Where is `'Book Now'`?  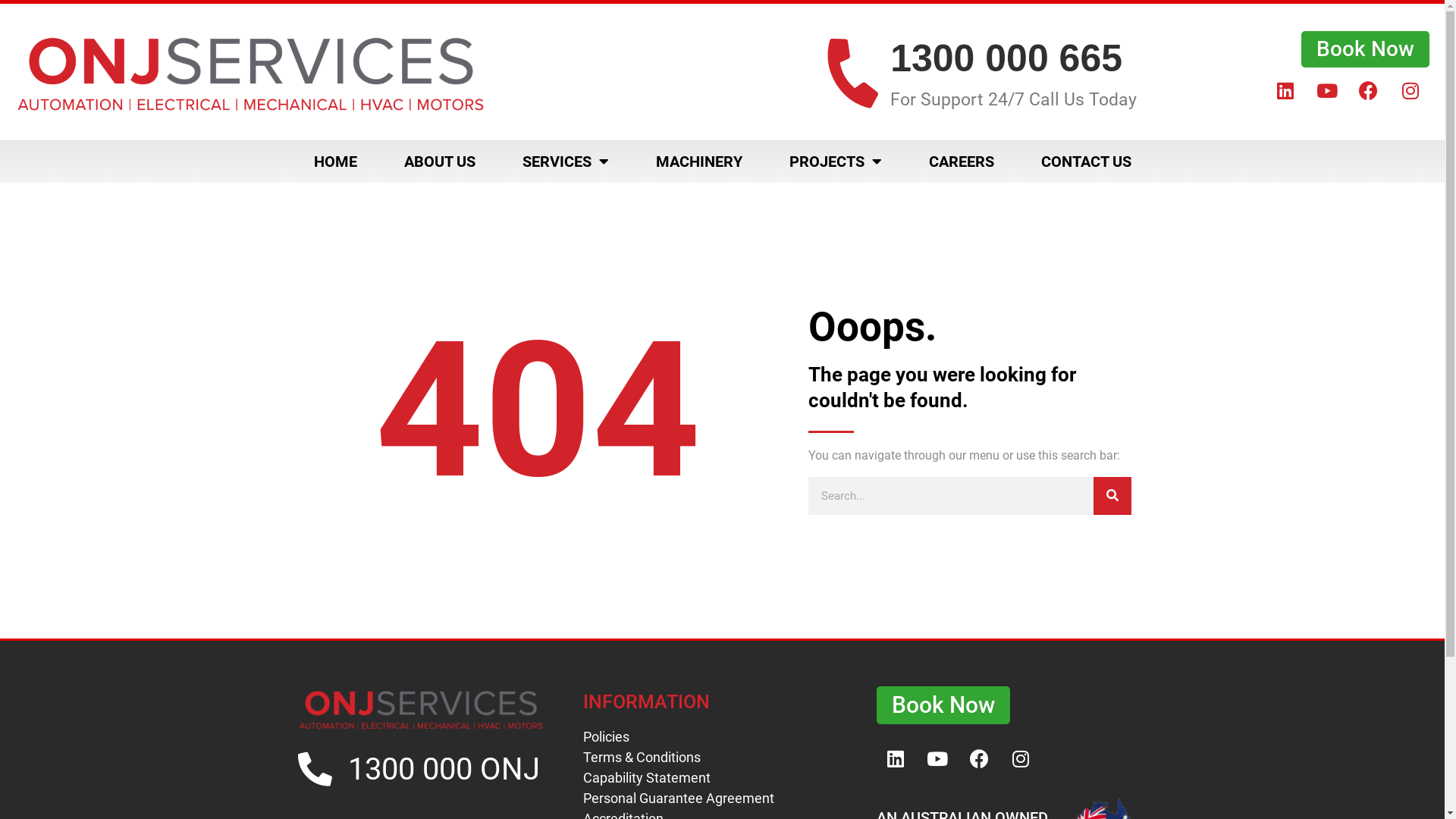 'Book Now' is located at coordinates (1301, 49).